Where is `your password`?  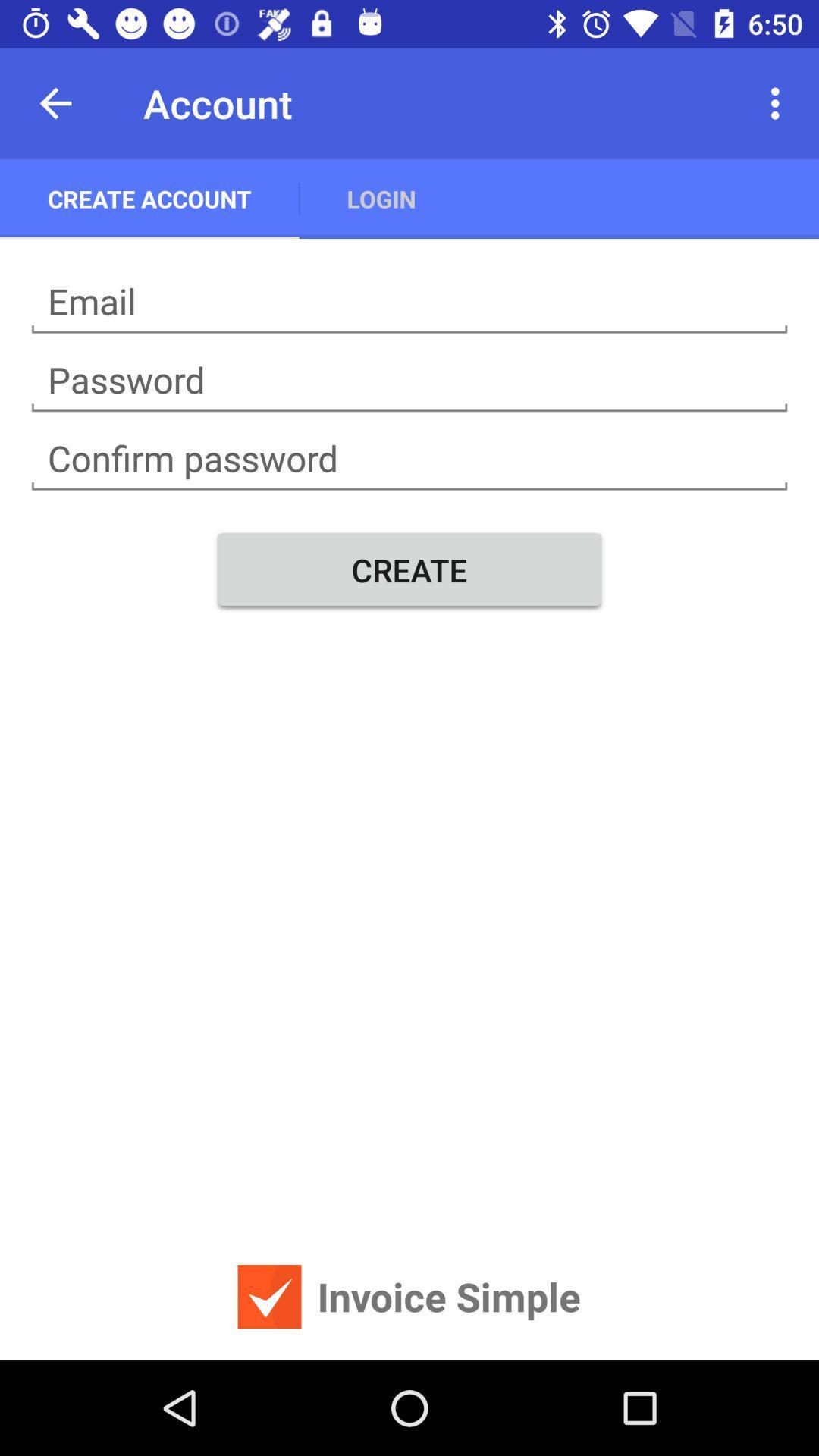
your password is located at coordinates (409, 380).